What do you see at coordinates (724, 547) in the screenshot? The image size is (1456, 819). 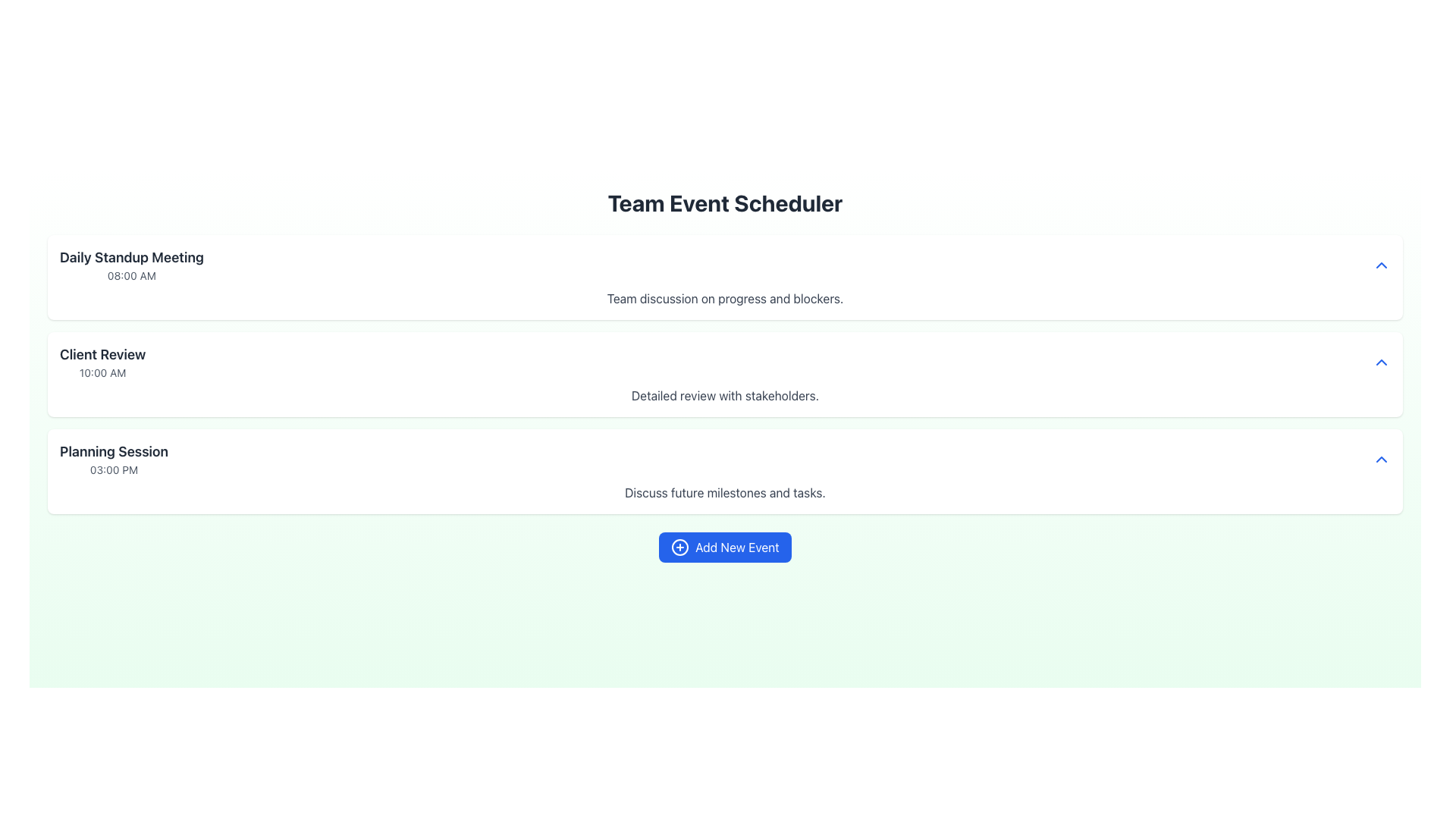 I see `the blue button labeled 'Add New Event' with a white plus icon` at bounding box center [724, 547].